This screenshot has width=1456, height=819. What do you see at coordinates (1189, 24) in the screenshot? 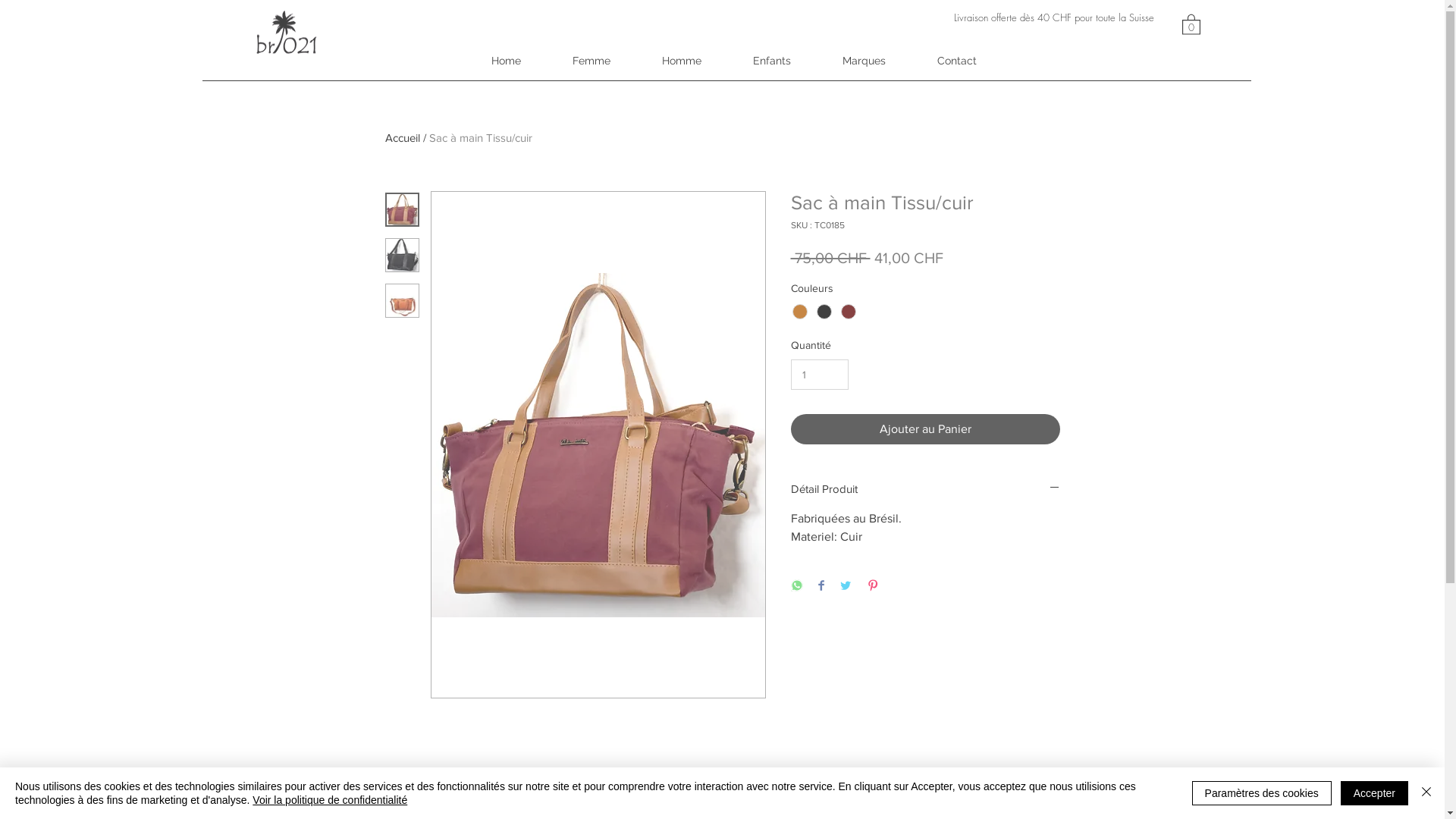
I see `'0'` at bounding box center [1189, 24].